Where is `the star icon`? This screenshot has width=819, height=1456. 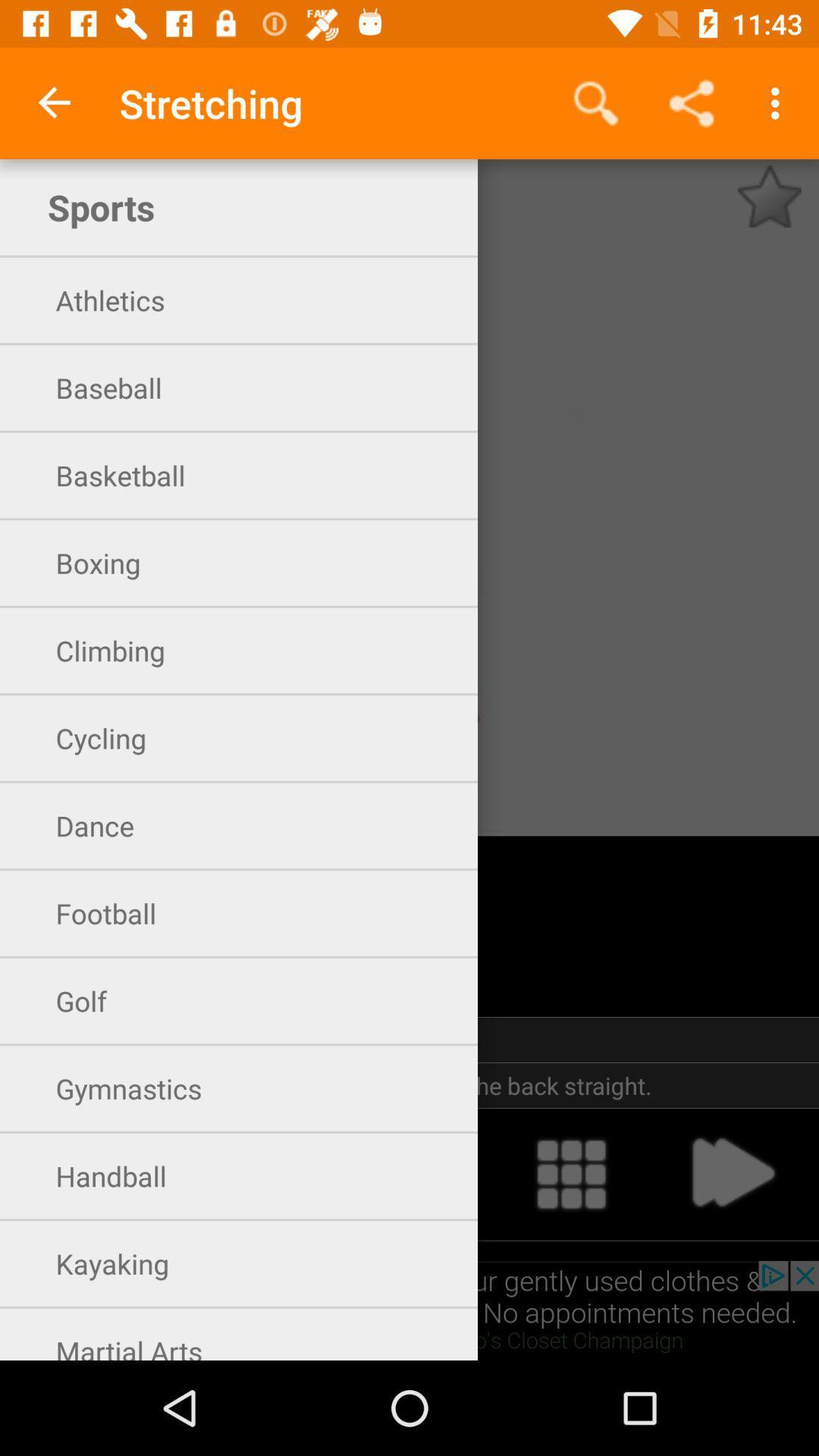 the star icon is located at coordinates (769, 196).